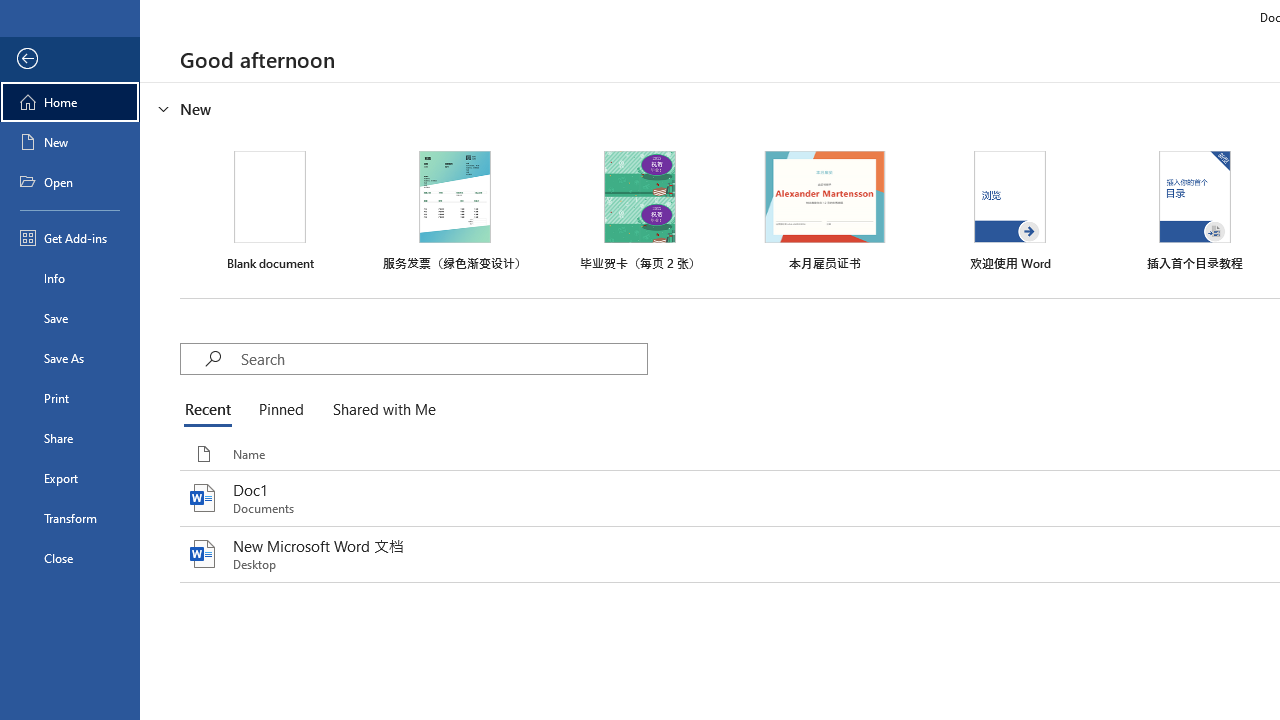 This screenshot has width=1280, height=720. What do you see at coordinates (442, 357) in the screenshot?
I see `'Search'` at bounding box center [442, 357].